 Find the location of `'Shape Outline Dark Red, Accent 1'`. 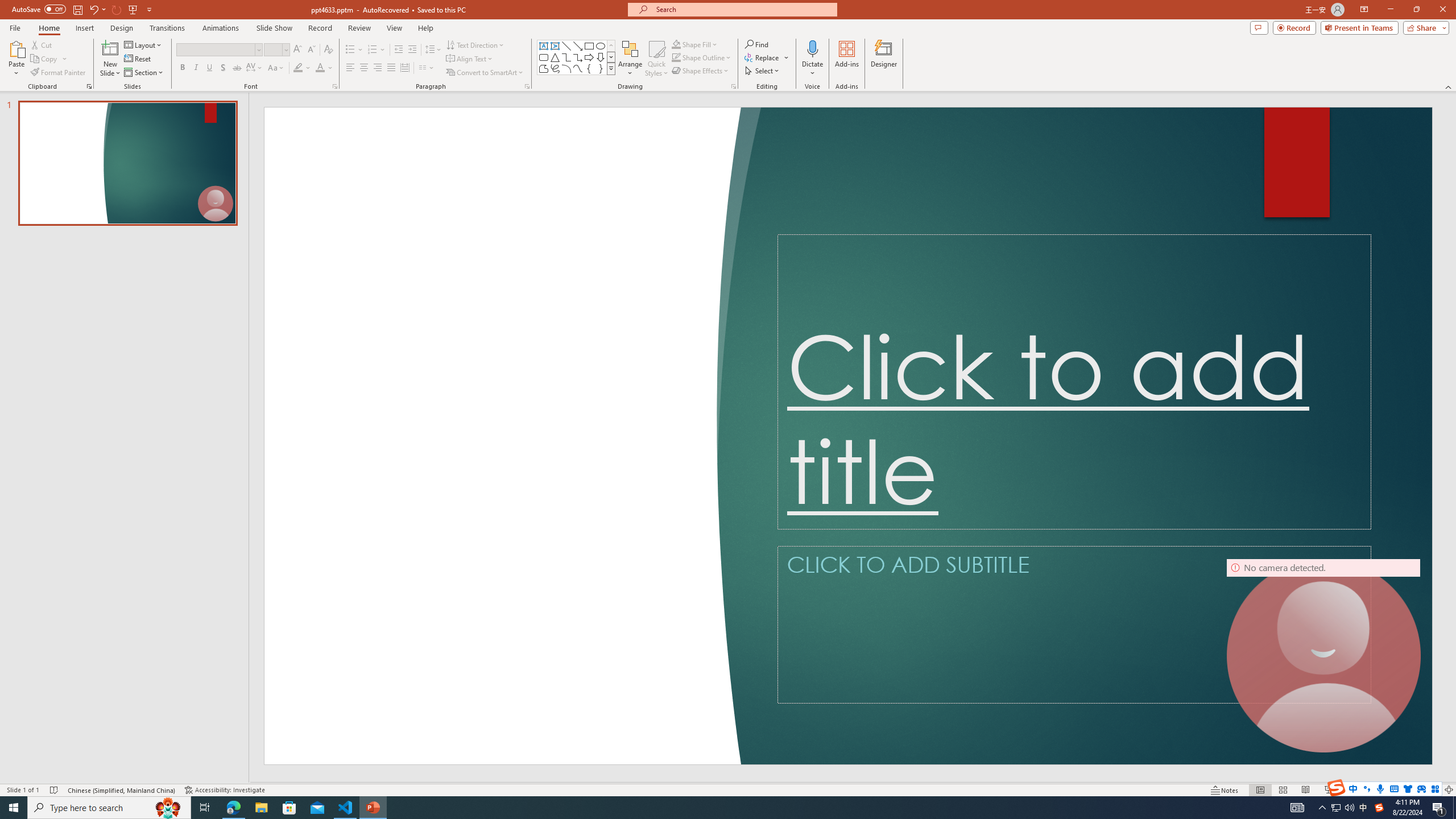

'Shape Outline Dark Red, Accent 1' is located at coordinates (676, 56).